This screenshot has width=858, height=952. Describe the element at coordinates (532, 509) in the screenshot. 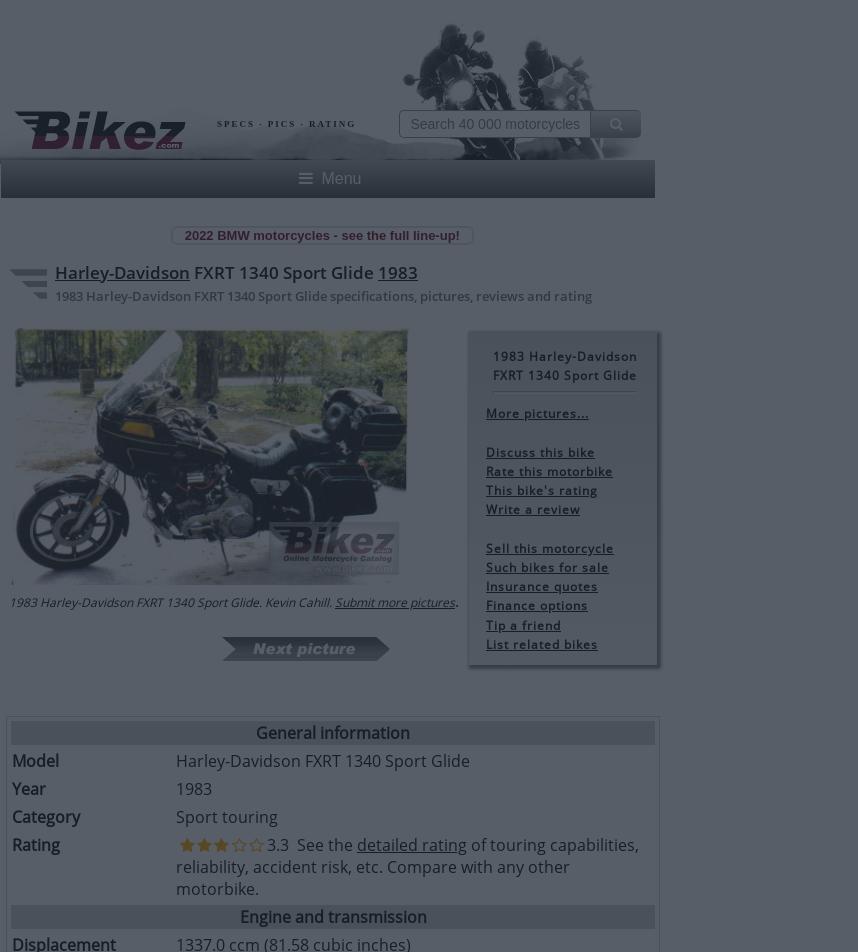

I see `'Write a review'` at that location.